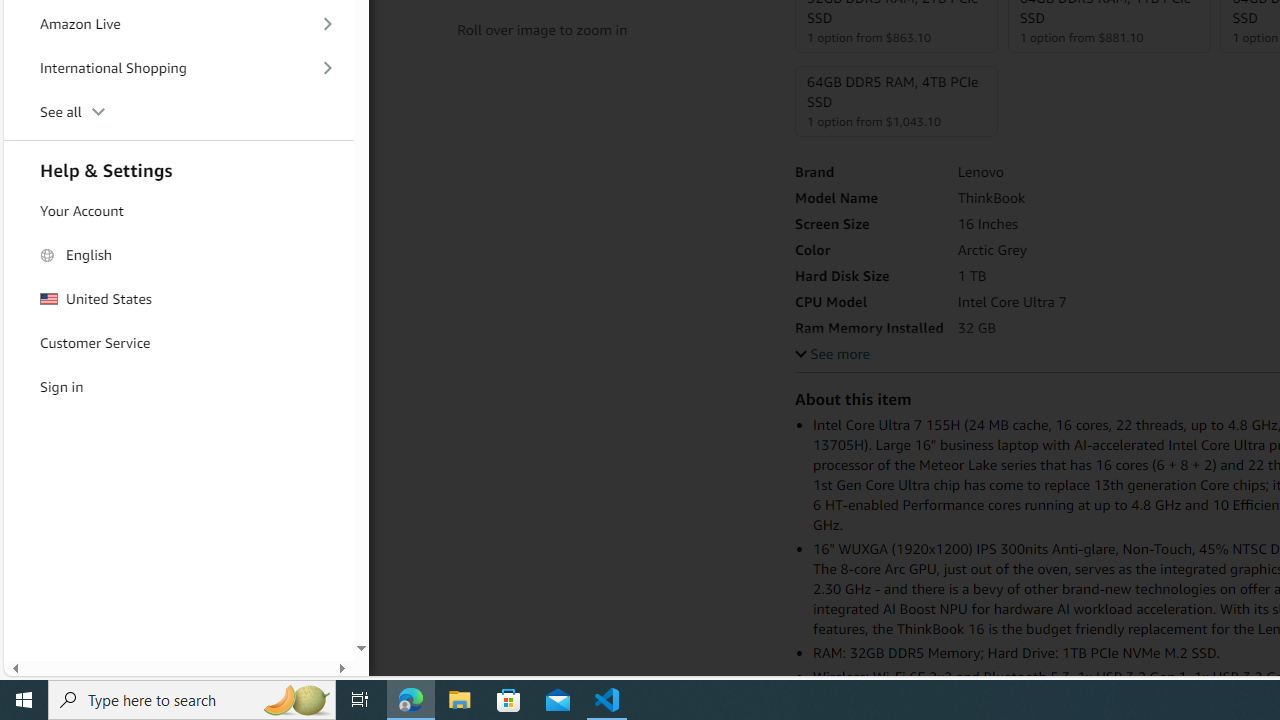 Image resolution: width=1280 pixels, height=720 pixels. I want to click on 'Amazon Live', so click(179, 23).